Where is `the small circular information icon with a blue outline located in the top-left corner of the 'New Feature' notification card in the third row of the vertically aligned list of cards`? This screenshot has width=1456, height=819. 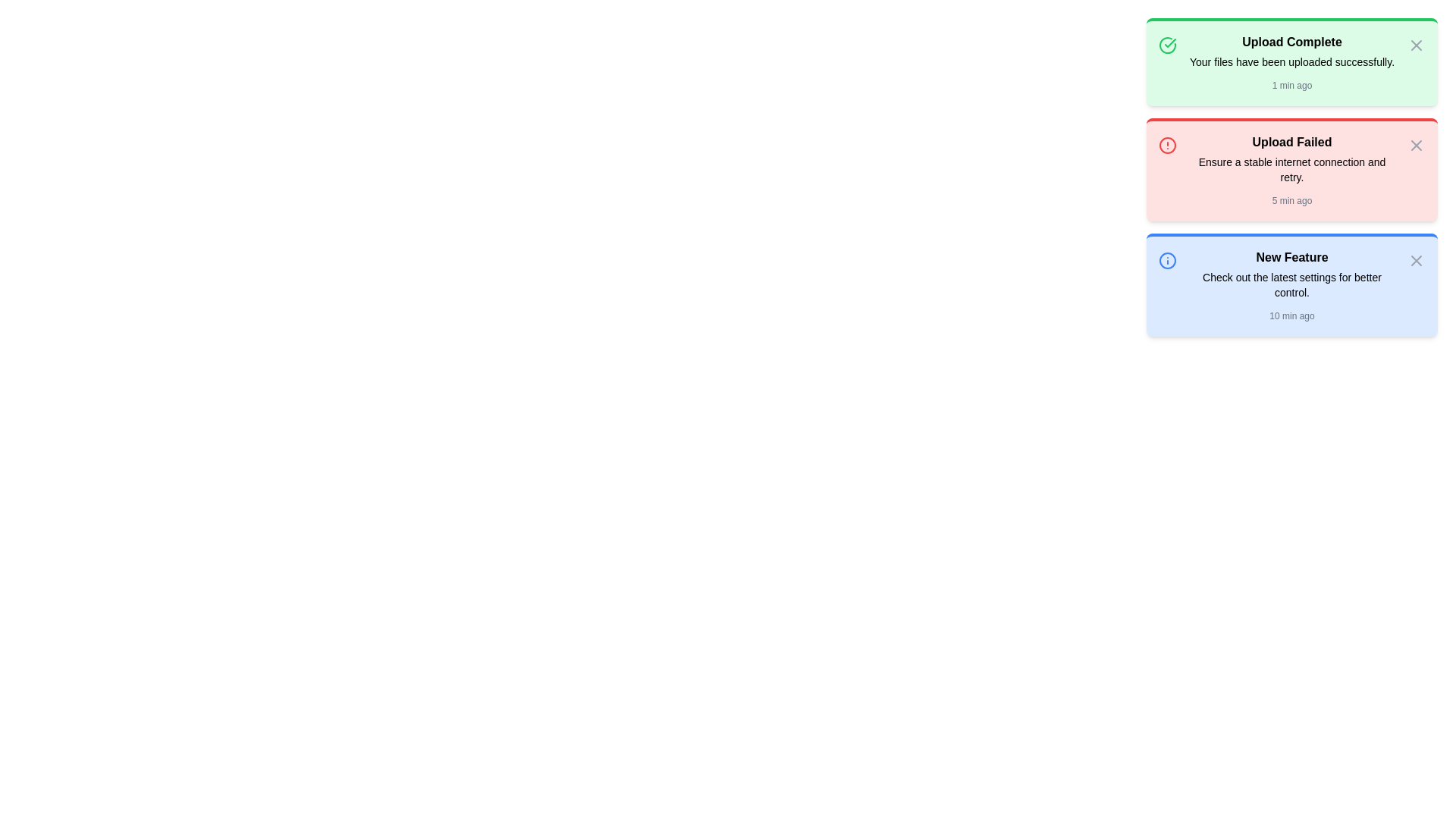
the small circular information icon with a blue outline located in the top-left corner of the 'New Feature' notification card in the third row of the vertically aligned list of cards is located at coordinates (1167, 259).